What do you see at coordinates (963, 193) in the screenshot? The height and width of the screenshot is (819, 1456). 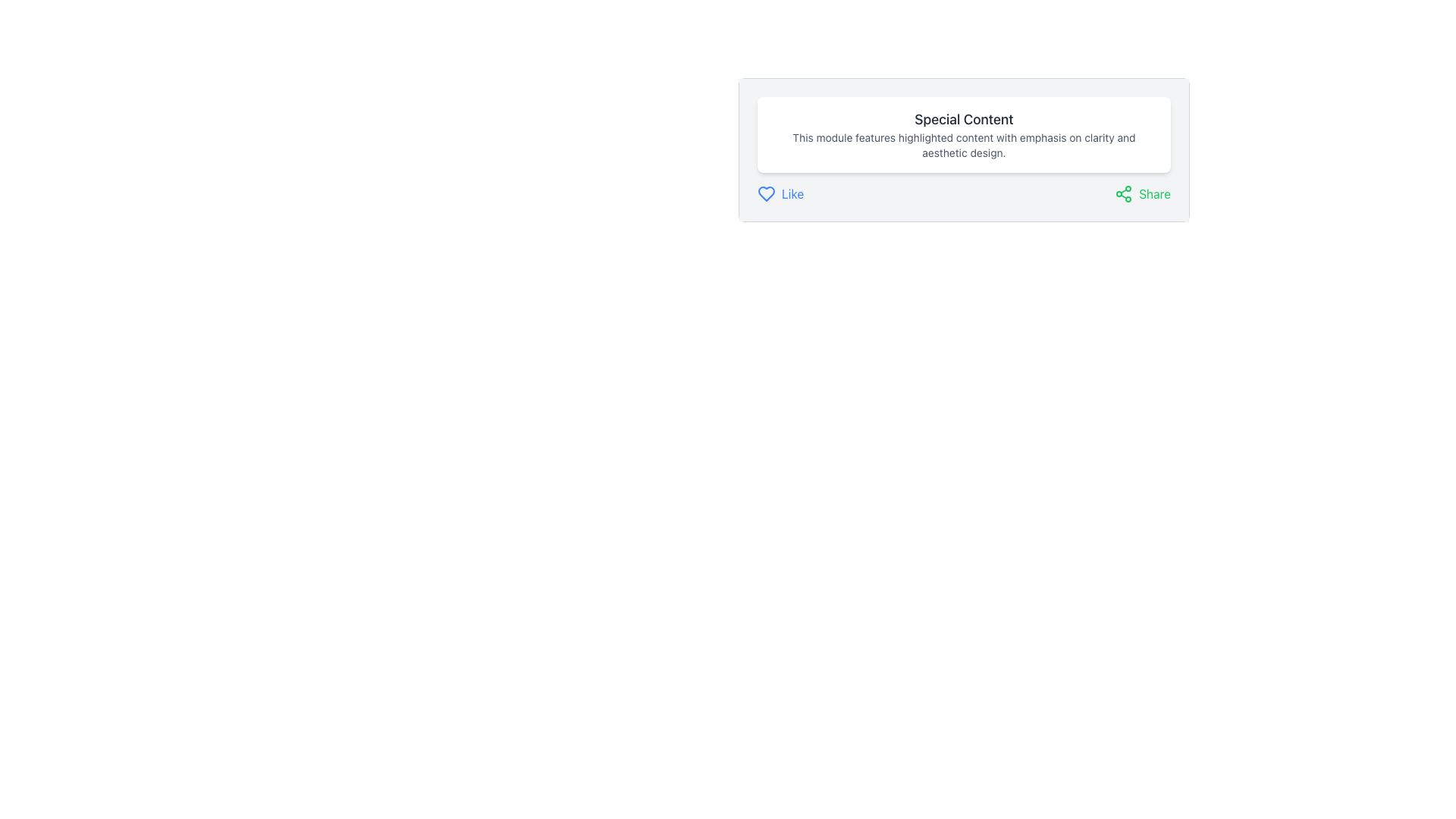 I see `the 'Like' or 'Share' button in the Interactive bar located below the 'Special Content' section` at bounding box center [963, 193].